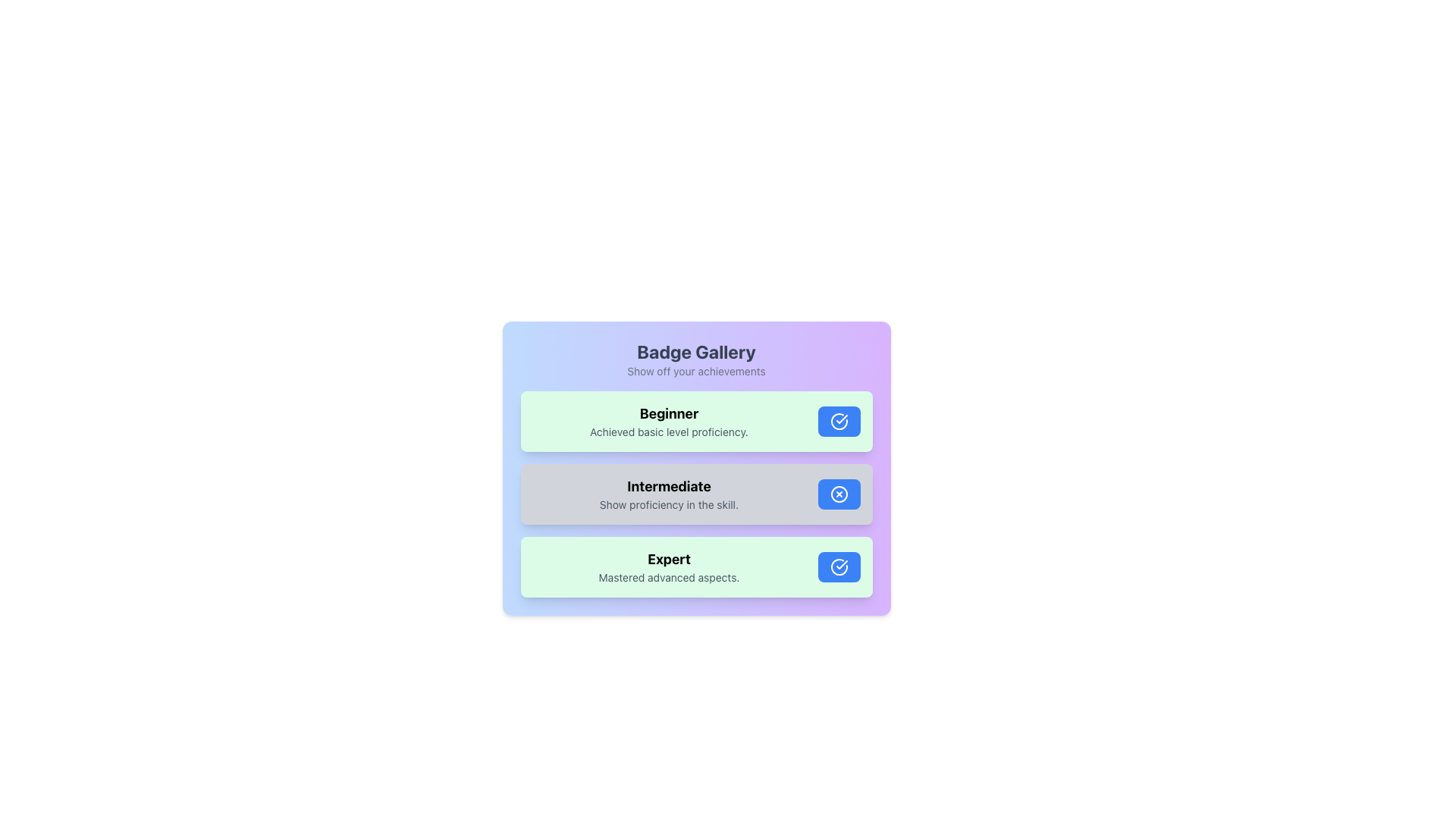  I want to click on the indicative icon signifying completion or approval of the 'Expert' section, located as the rightmost component within the associated button in the bottom section of a three-item list, so click(838, 567).